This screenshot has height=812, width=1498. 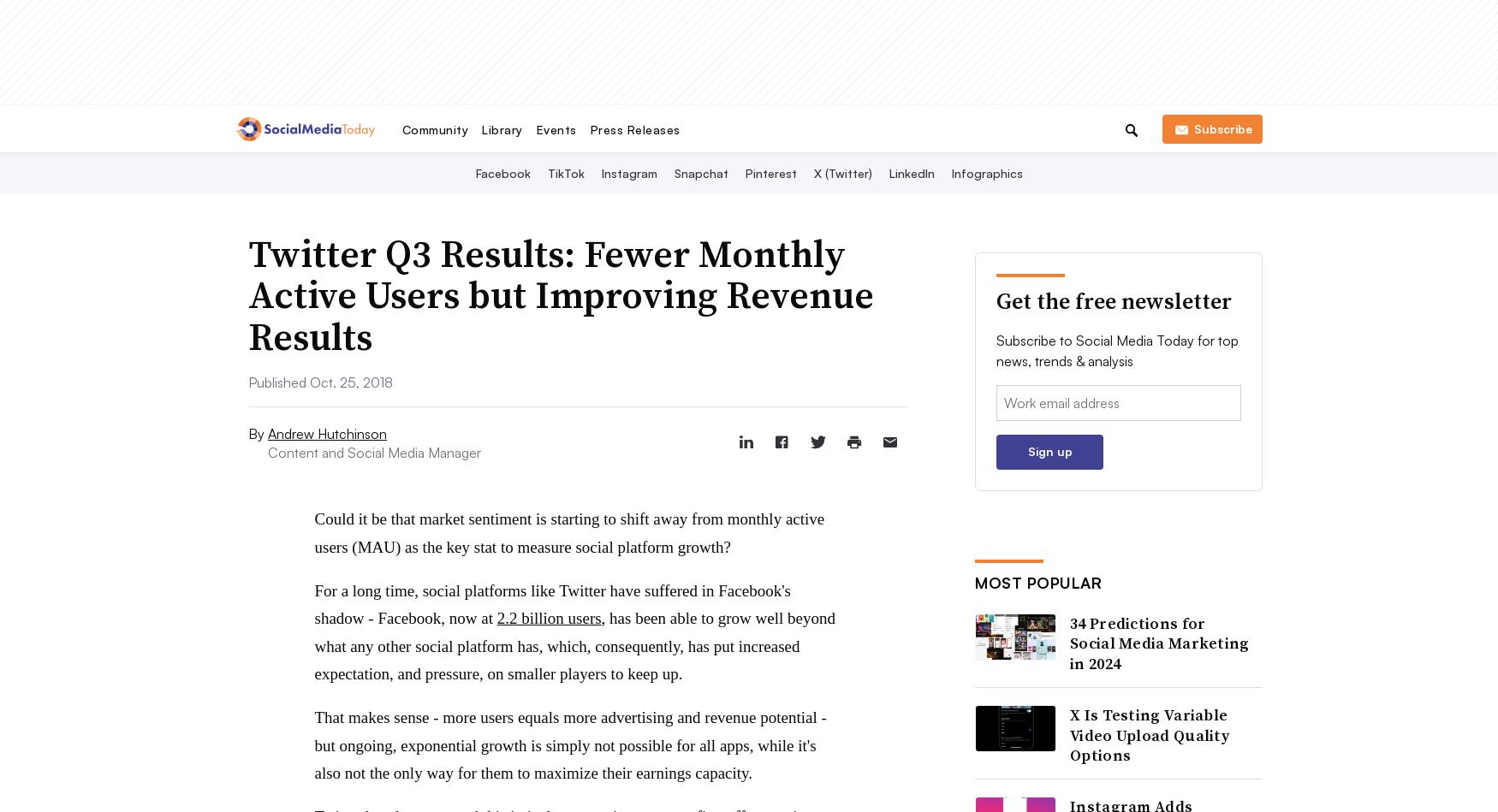 I want to click on 'Facebook', so click(x=502, y=172).